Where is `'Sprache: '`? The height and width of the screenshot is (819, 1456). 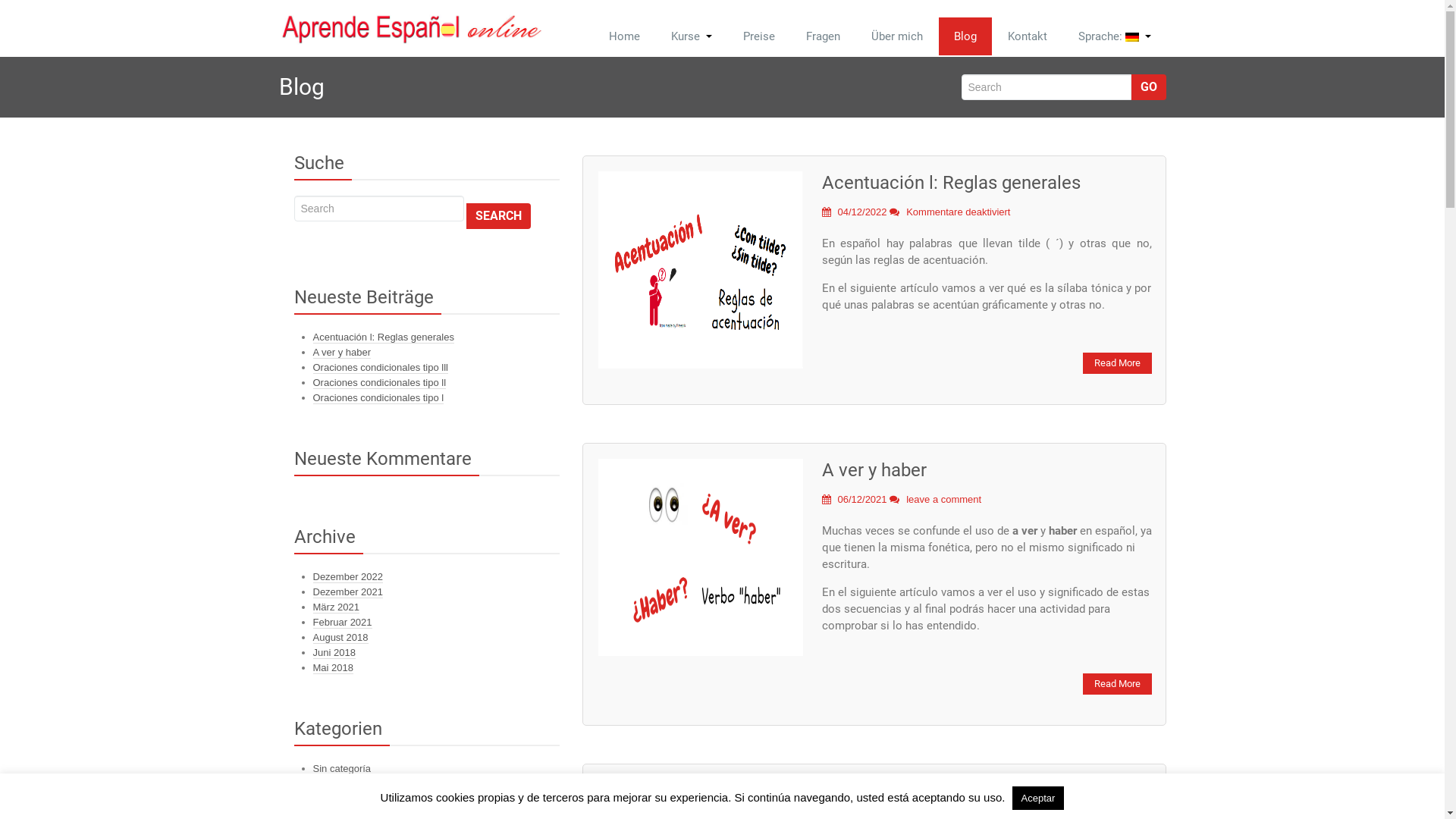
'Sprache: ' is located at coordinates (1114, 35).